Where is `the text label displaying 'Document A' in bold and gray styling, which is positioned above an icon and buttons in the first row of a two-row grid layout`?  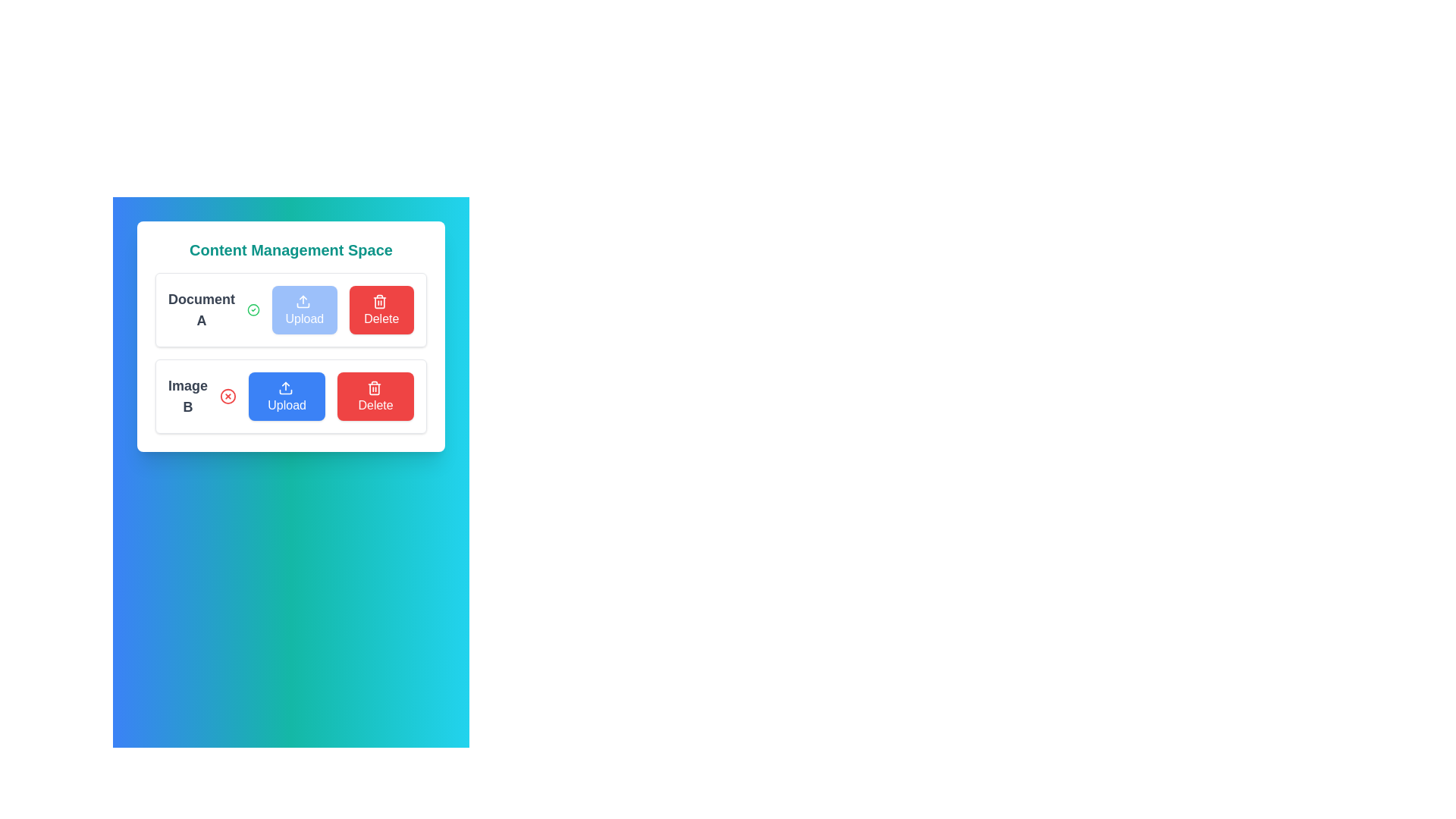
the text label displaying 'Document A' in bold and gray styling, which is positioned above an icon and buttons in the first row of a two-row grid layout is located at coordinates (200, 309).